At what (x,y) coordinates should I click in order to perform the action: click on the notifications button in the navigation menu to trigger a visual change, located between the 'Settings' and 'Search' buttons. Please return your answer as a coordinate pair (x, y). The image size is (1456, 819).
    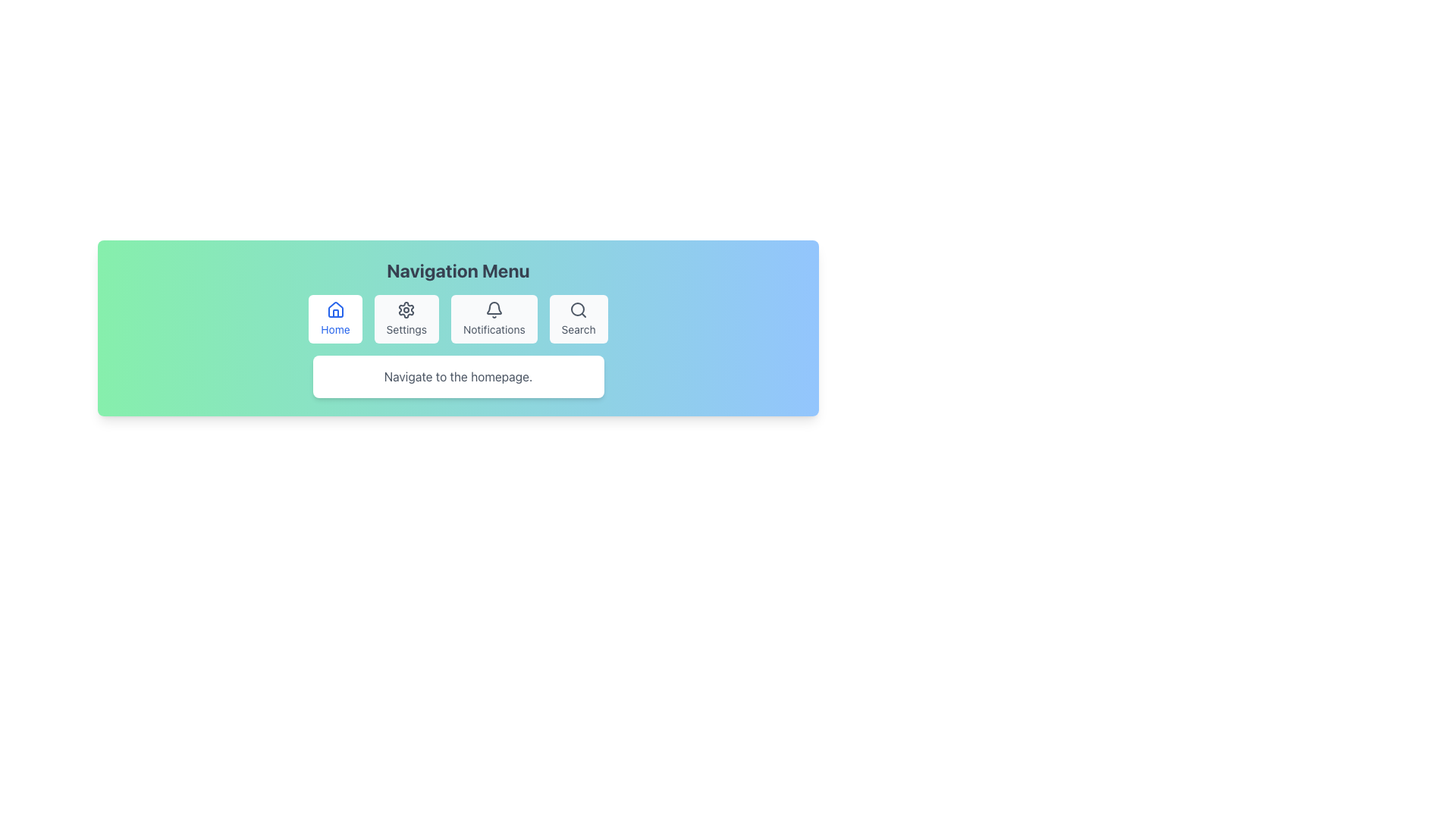
    Looking at the image, I should click on (494, 318).